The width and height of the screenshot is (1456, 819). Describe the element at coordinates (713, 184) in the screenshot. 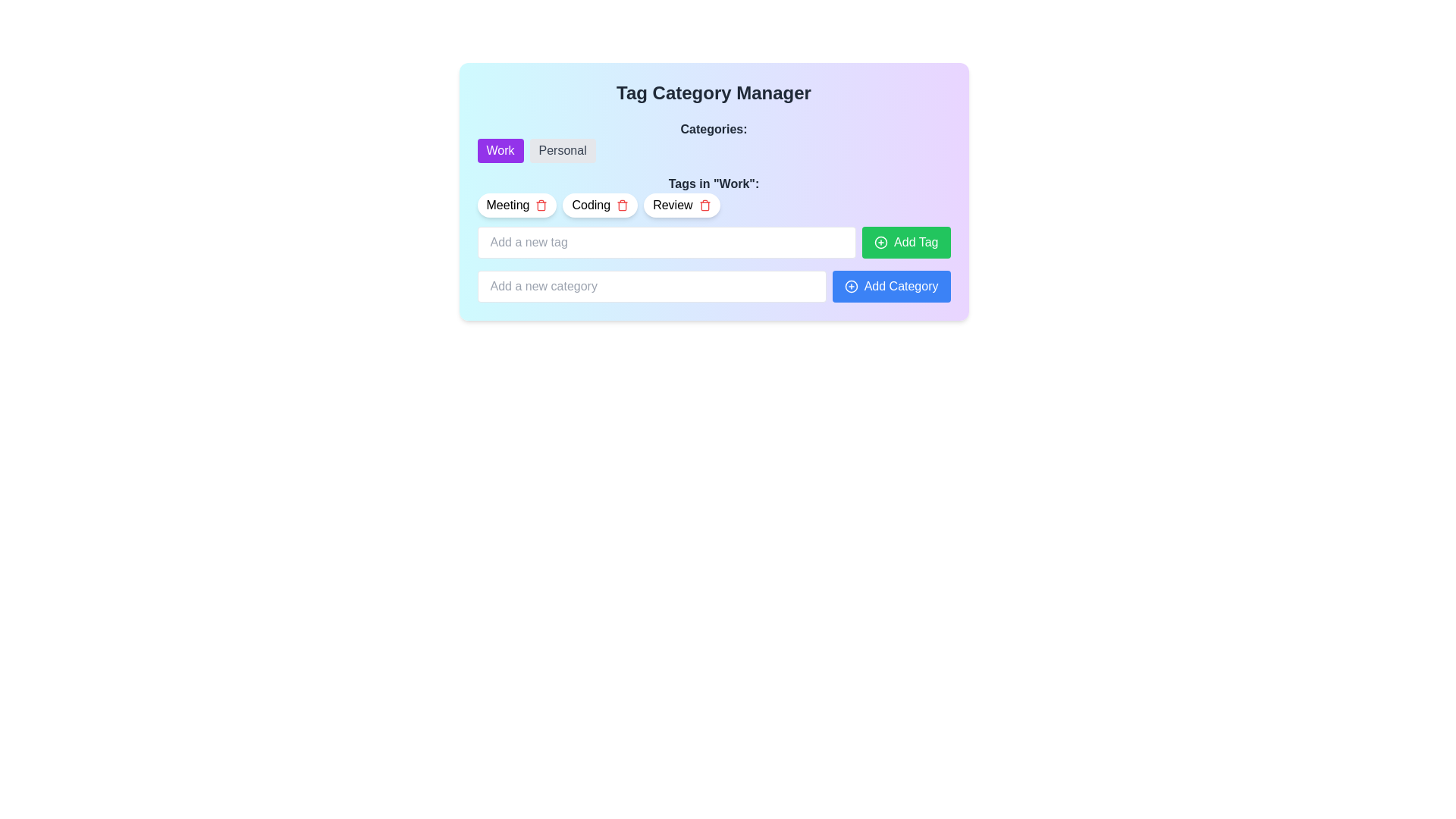

I see `text label 'Tags in "Work":' which is a bold dark gray heading above the tags section` at that location.